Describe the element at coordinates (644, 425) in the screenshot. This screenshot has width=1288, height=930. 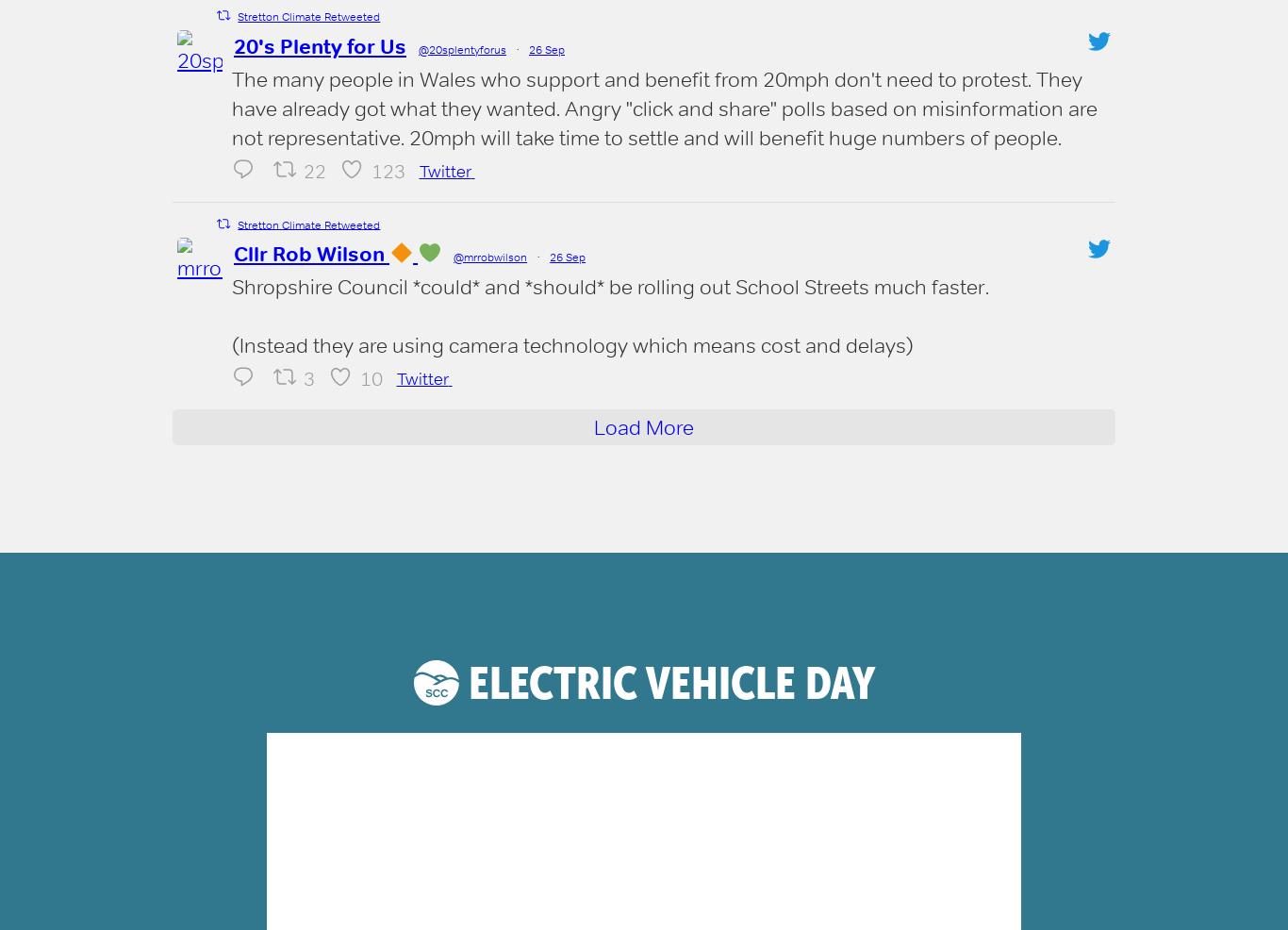
I see `'Load More'` at that location.